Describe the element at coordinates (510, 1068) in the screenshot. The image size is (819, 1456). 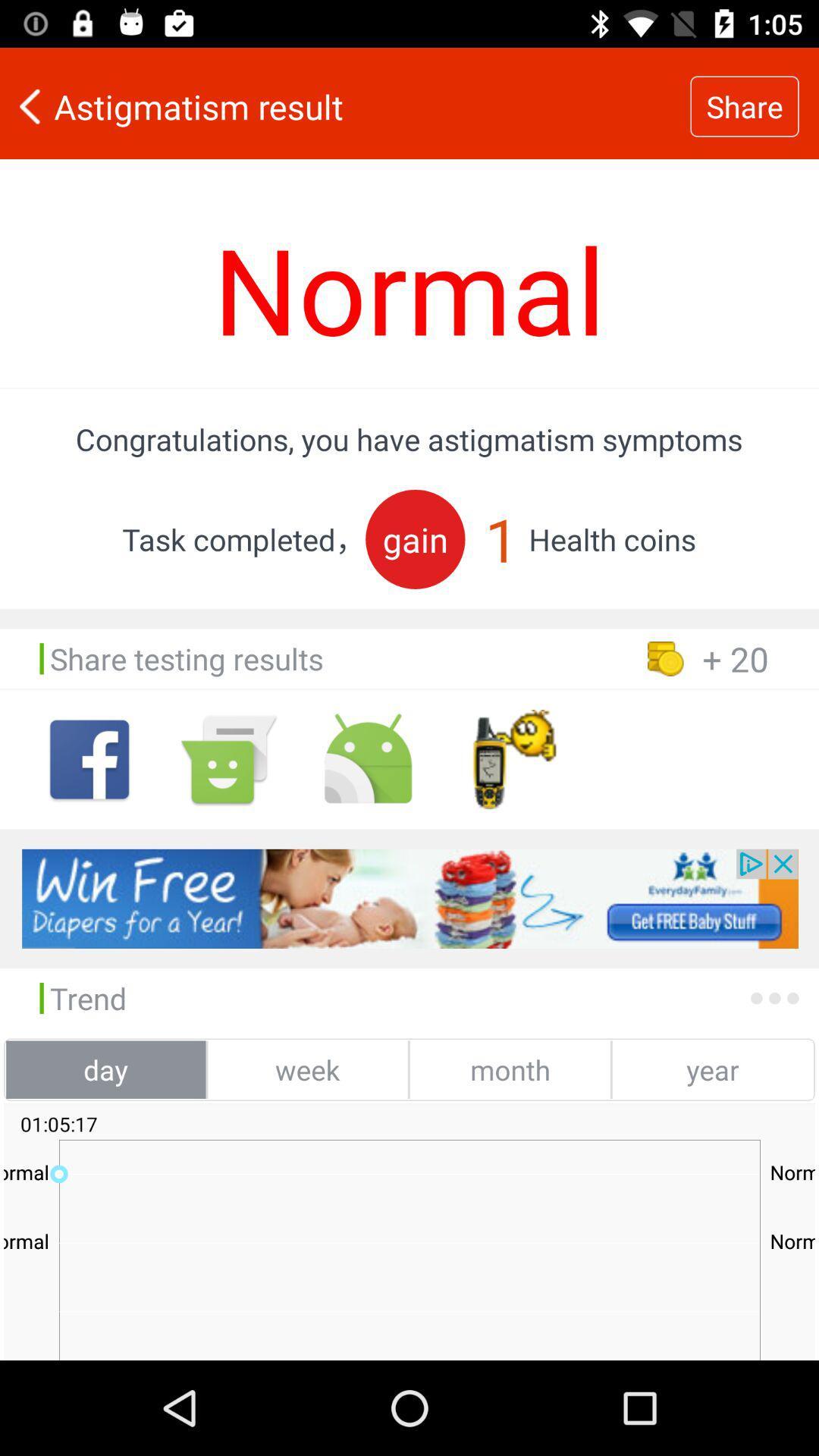
I see `the month item` at that location.